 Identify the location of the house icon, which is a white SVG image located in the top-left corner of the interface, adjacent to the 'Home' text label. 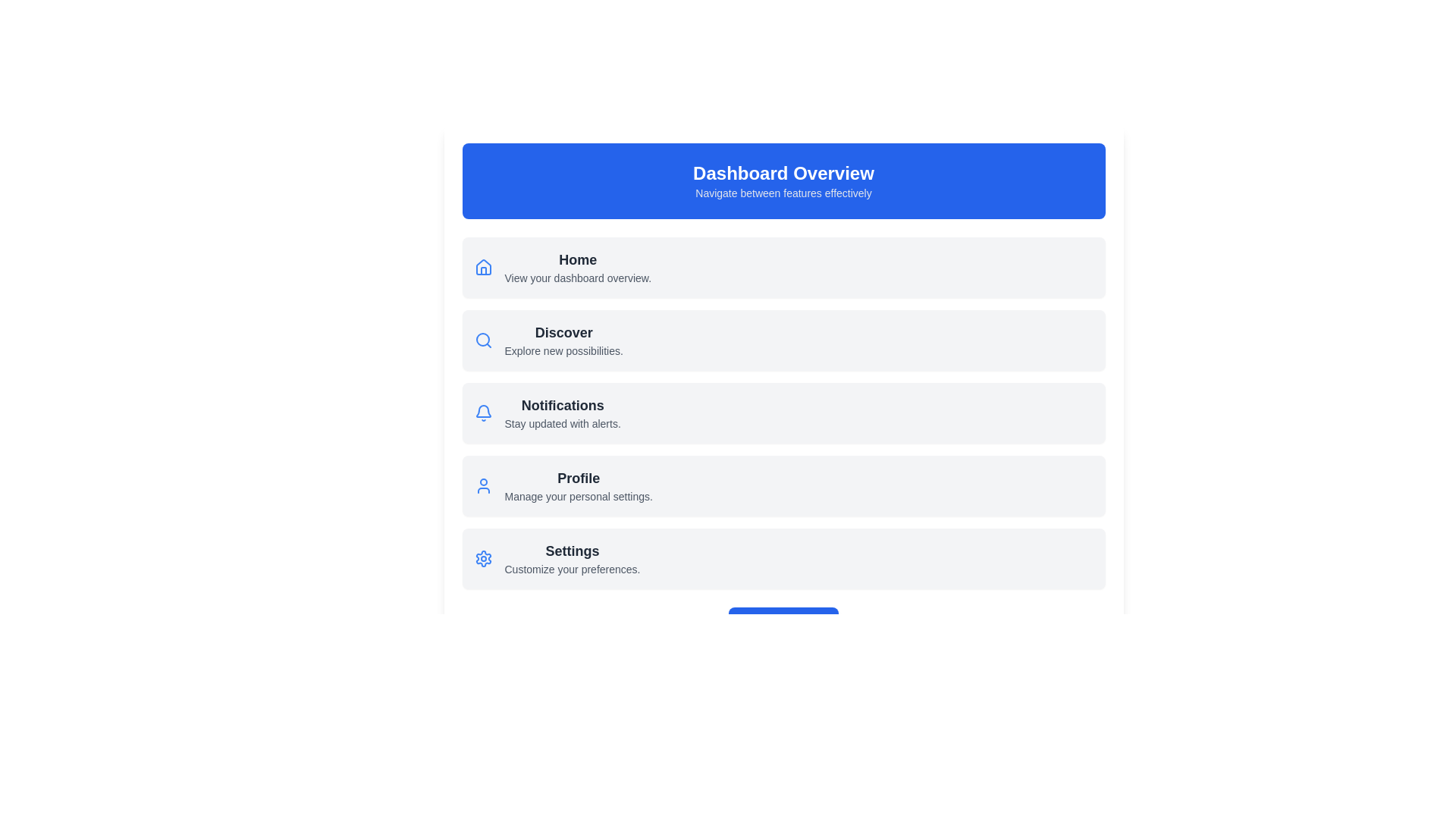
(482, 270).